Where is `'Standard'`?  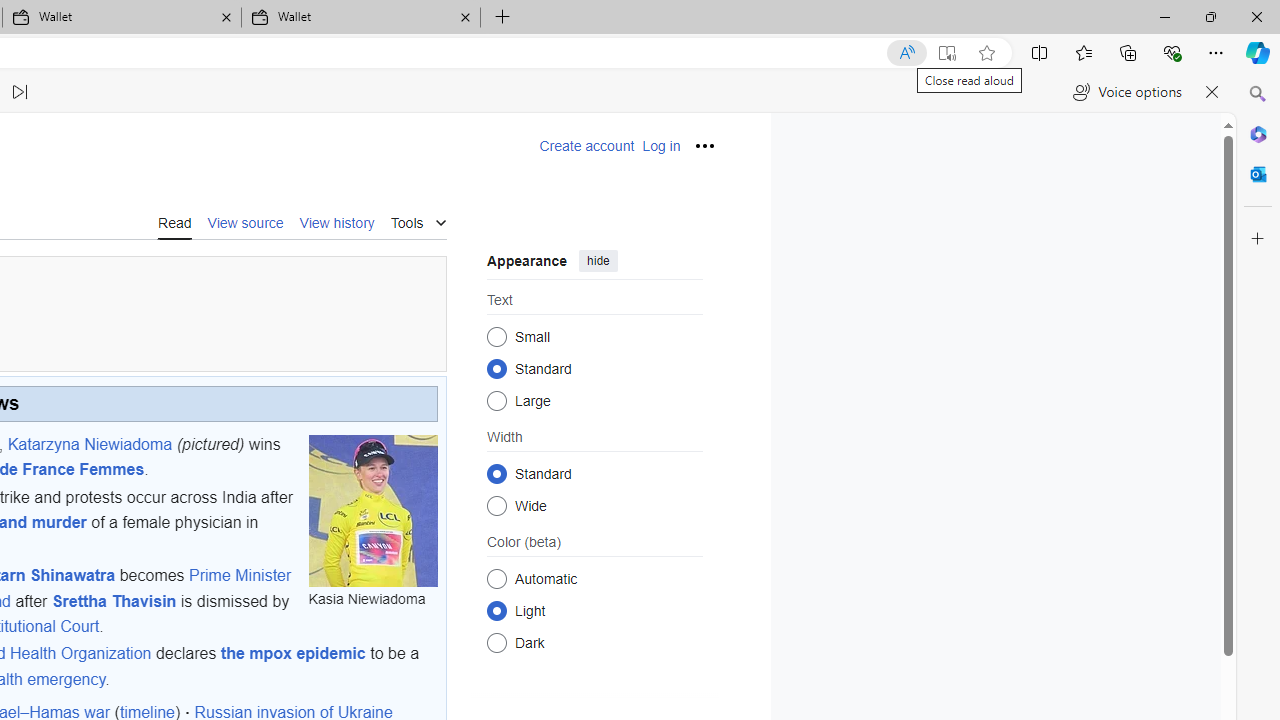
'Standard' is located at coordinates (496, 473).